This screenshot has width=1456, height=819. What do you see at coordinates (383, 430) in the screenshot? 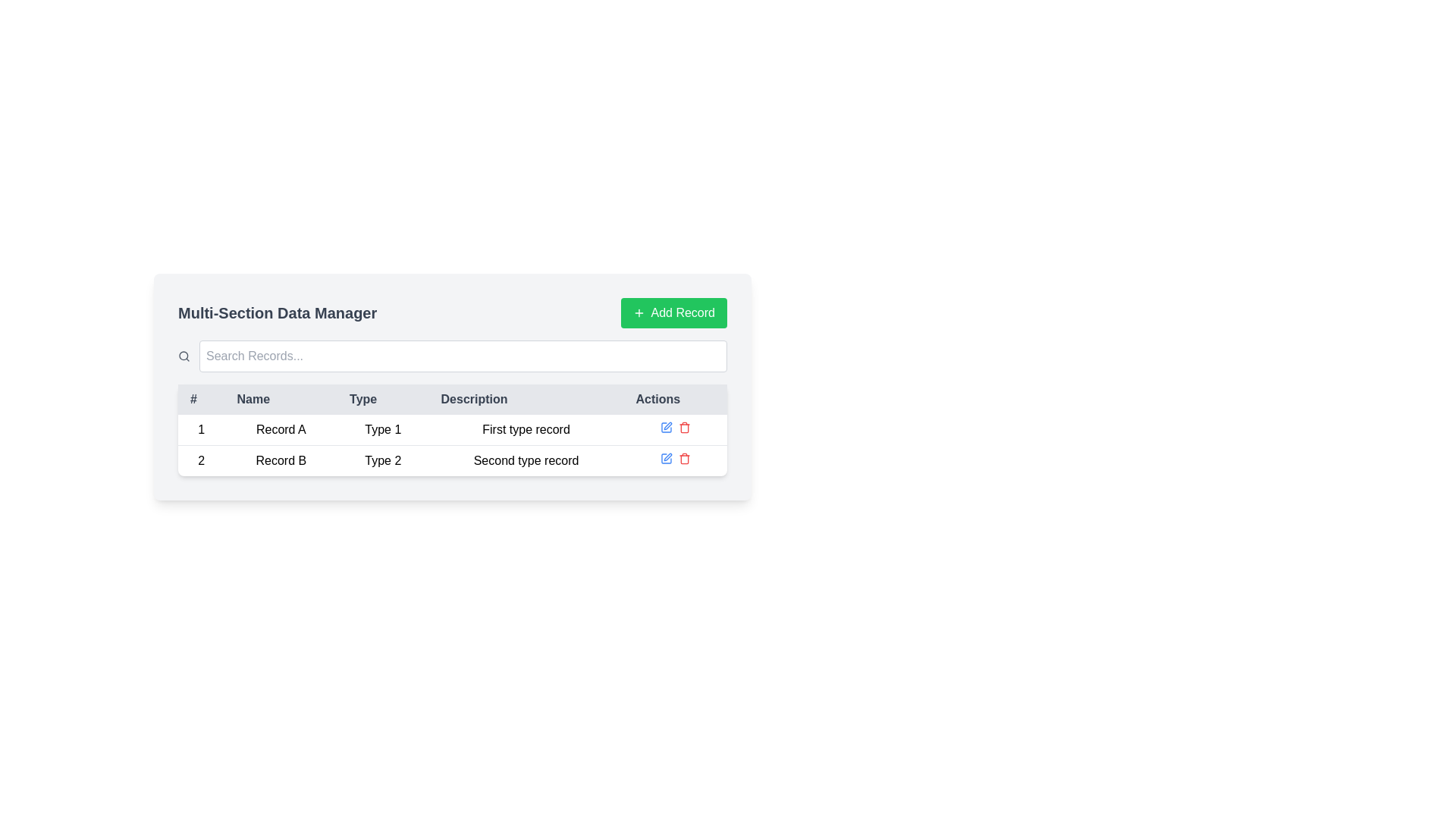
I see `the text label displaying 'Type 1' located in the third column of the 'Multi-Section Data Manager' table` at bounding box center [383, 430].